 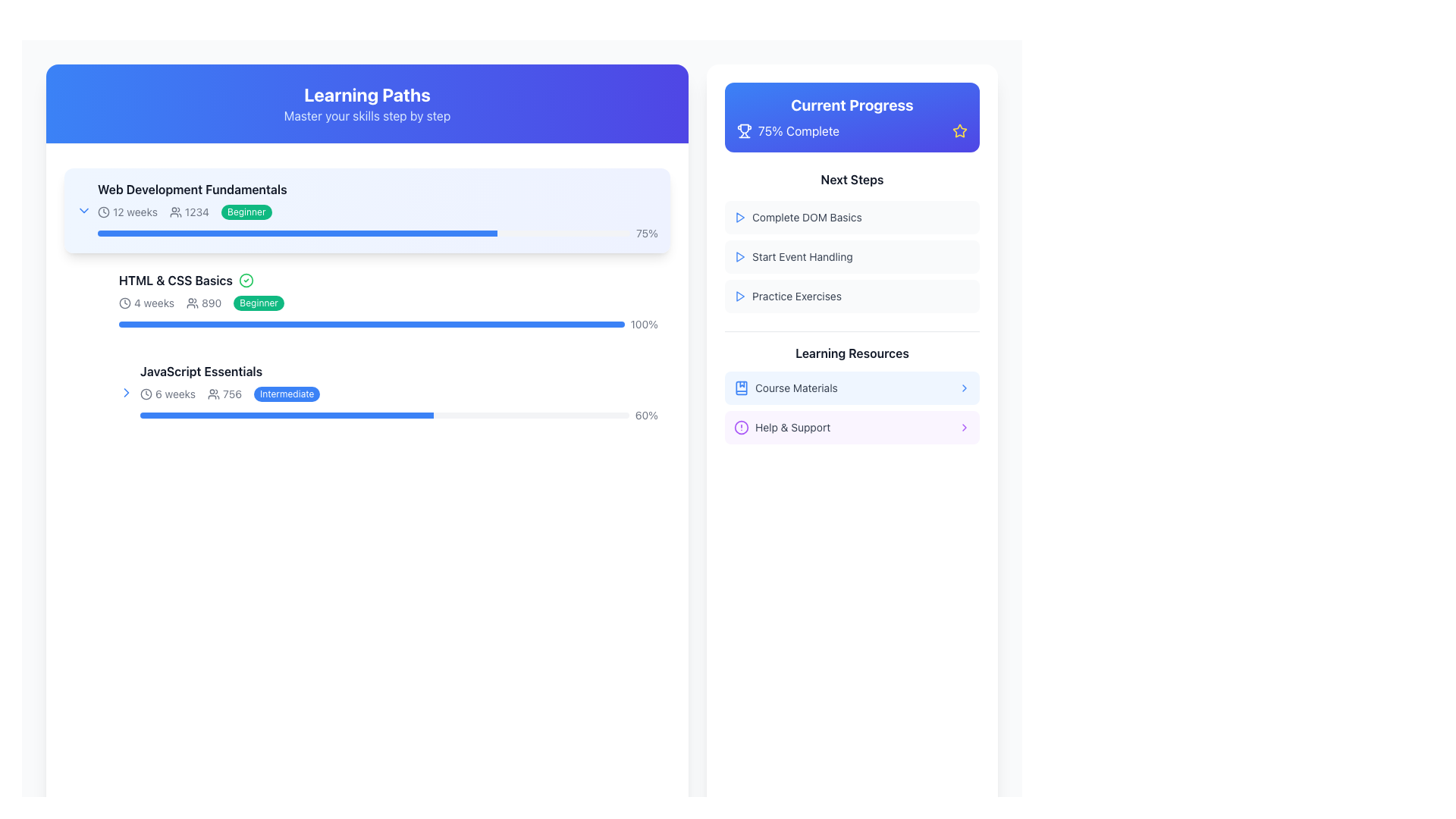 What do you see at coordinates (739, 296) in the screenshot?
I see `the Play button icon located to the left of the 'Practice Exercises' title` at bounding box center [739, 296].